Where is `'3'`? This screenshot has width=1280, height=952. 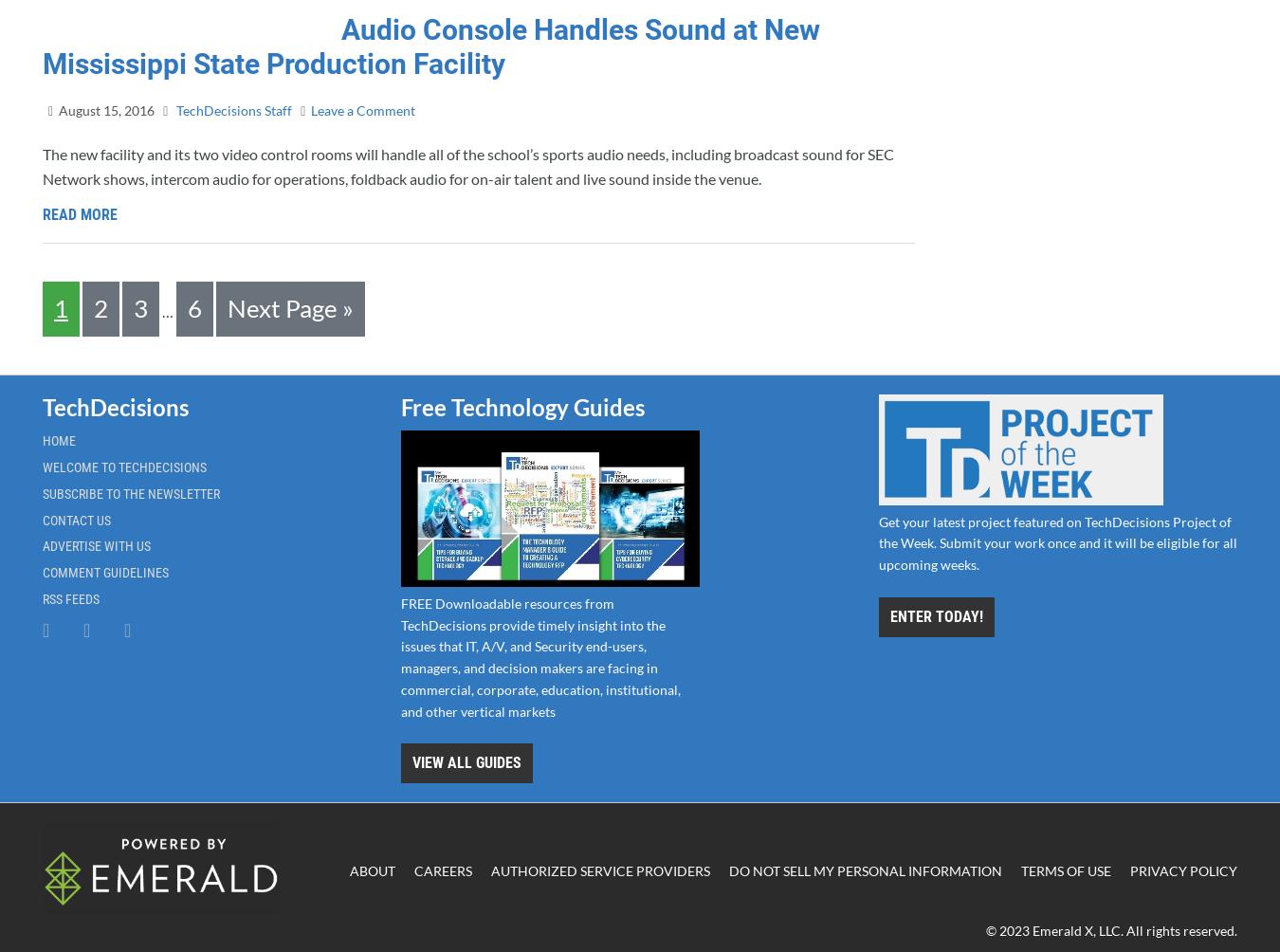
'3' is located at coordinates (133, 306).